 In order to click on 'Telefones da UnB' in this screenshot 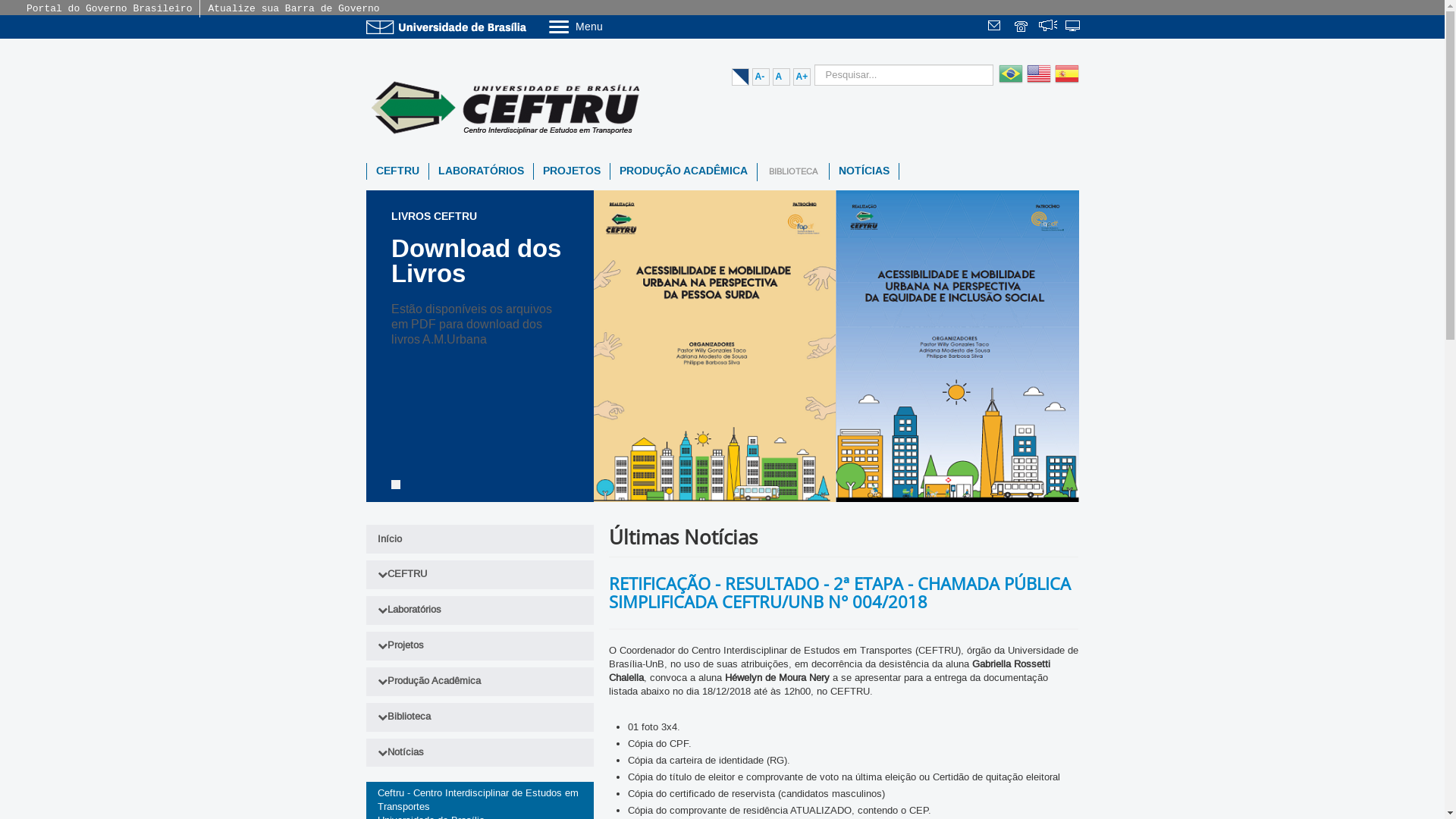, I will do `click(1022, 27)`.